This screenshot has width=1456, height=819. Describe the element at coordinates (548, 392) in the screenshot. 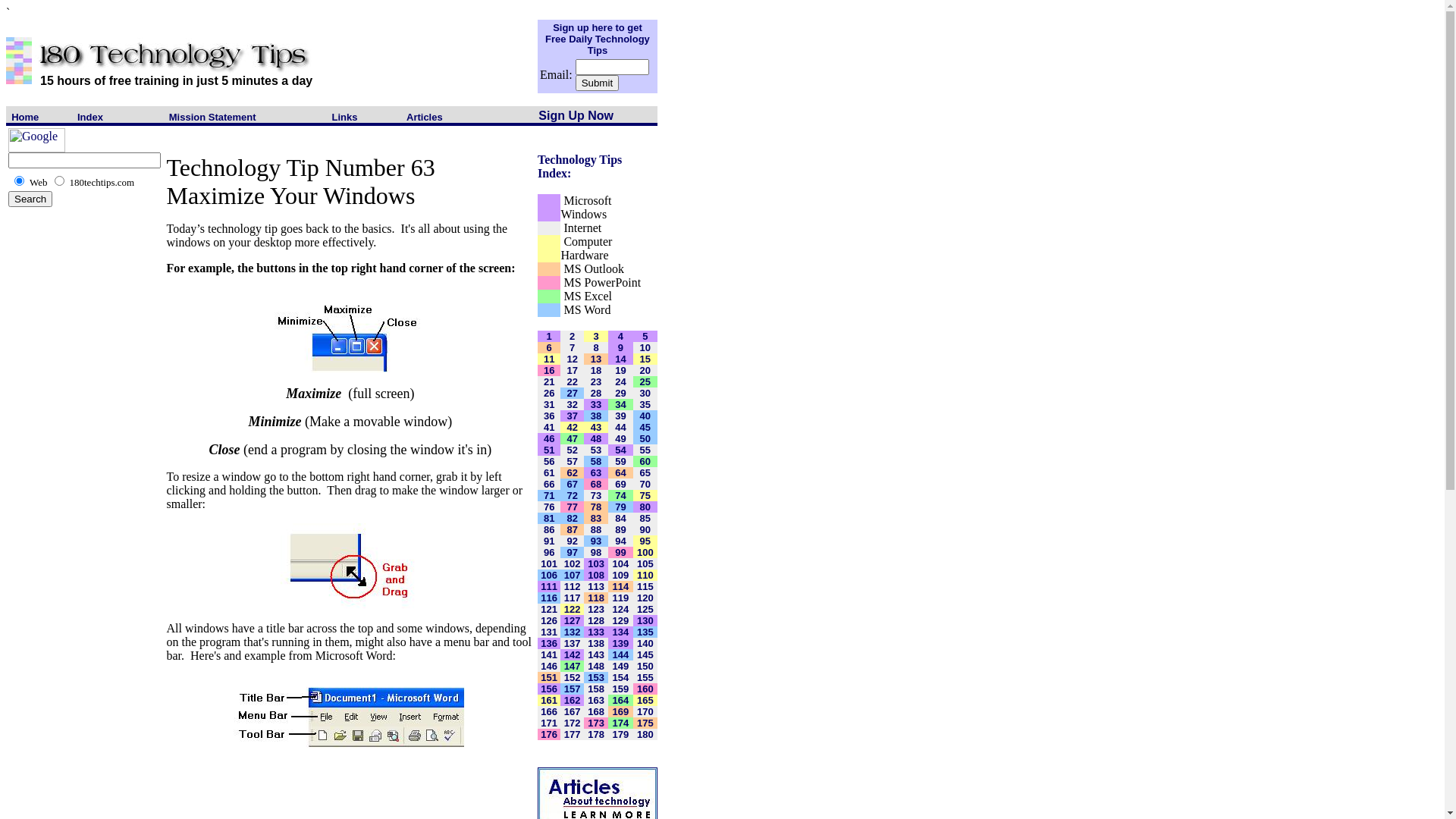

I see `'26'` at that location.